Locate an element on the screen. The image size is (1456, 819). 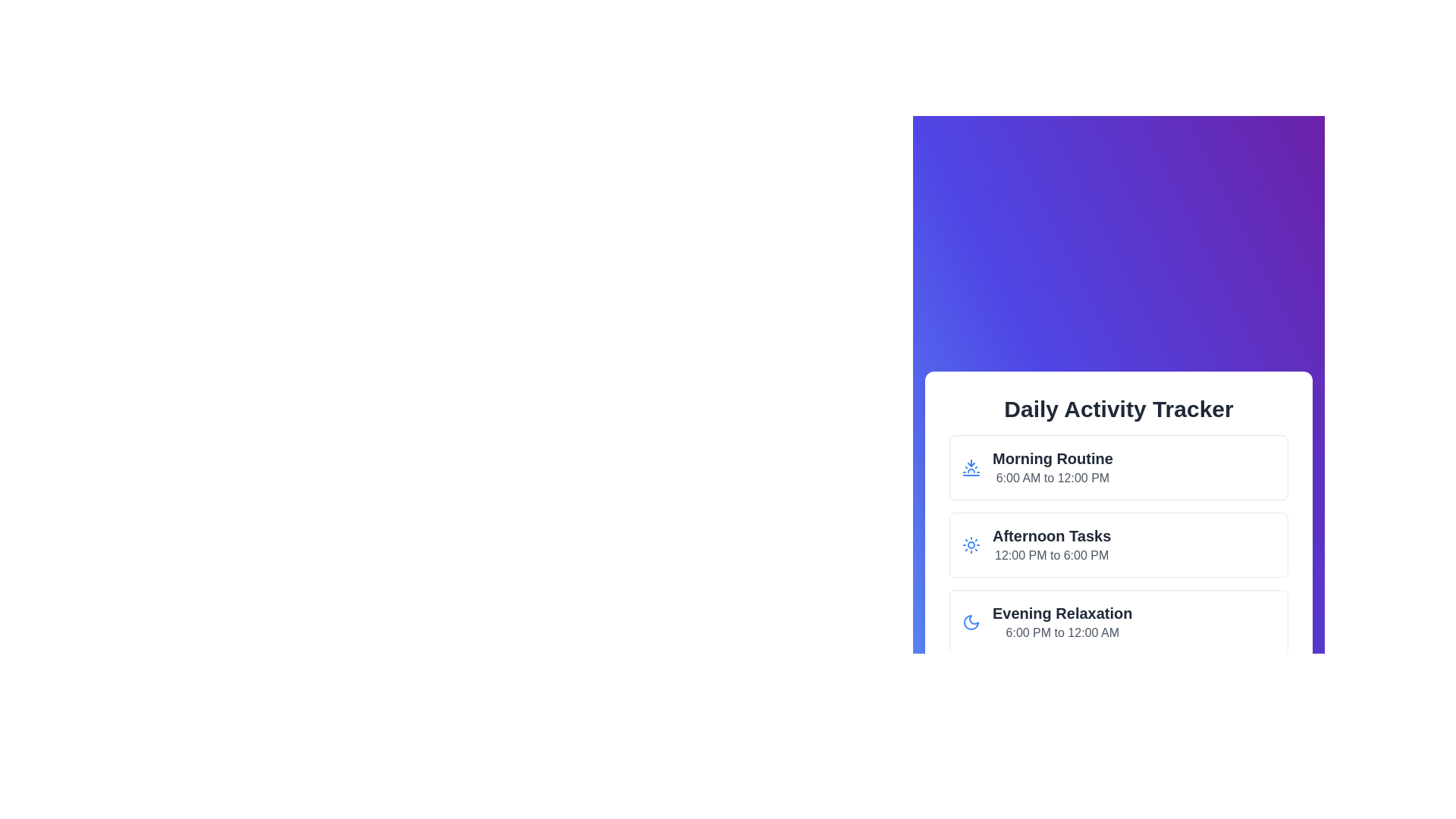
the 'Evening Relaxation' text block within the Daily Activity Tracker to read the displayed time range from 6:00 PM to 12:00 AM is located at coordinates (1062, 623).